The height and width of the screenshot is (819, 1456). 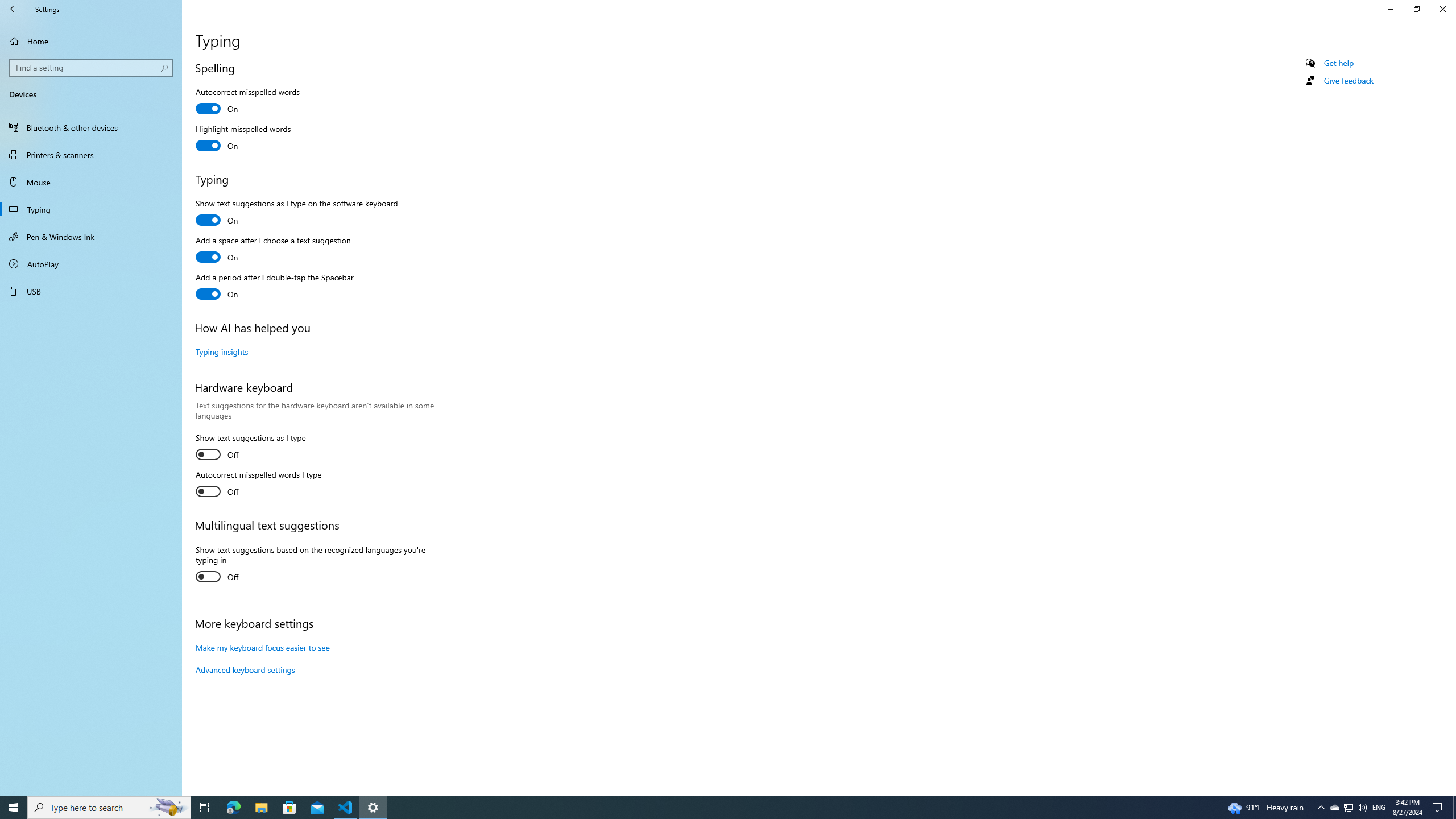 I want to click on 'Tray Input Indicator - English (United States)', so click(x=1379, y=806).